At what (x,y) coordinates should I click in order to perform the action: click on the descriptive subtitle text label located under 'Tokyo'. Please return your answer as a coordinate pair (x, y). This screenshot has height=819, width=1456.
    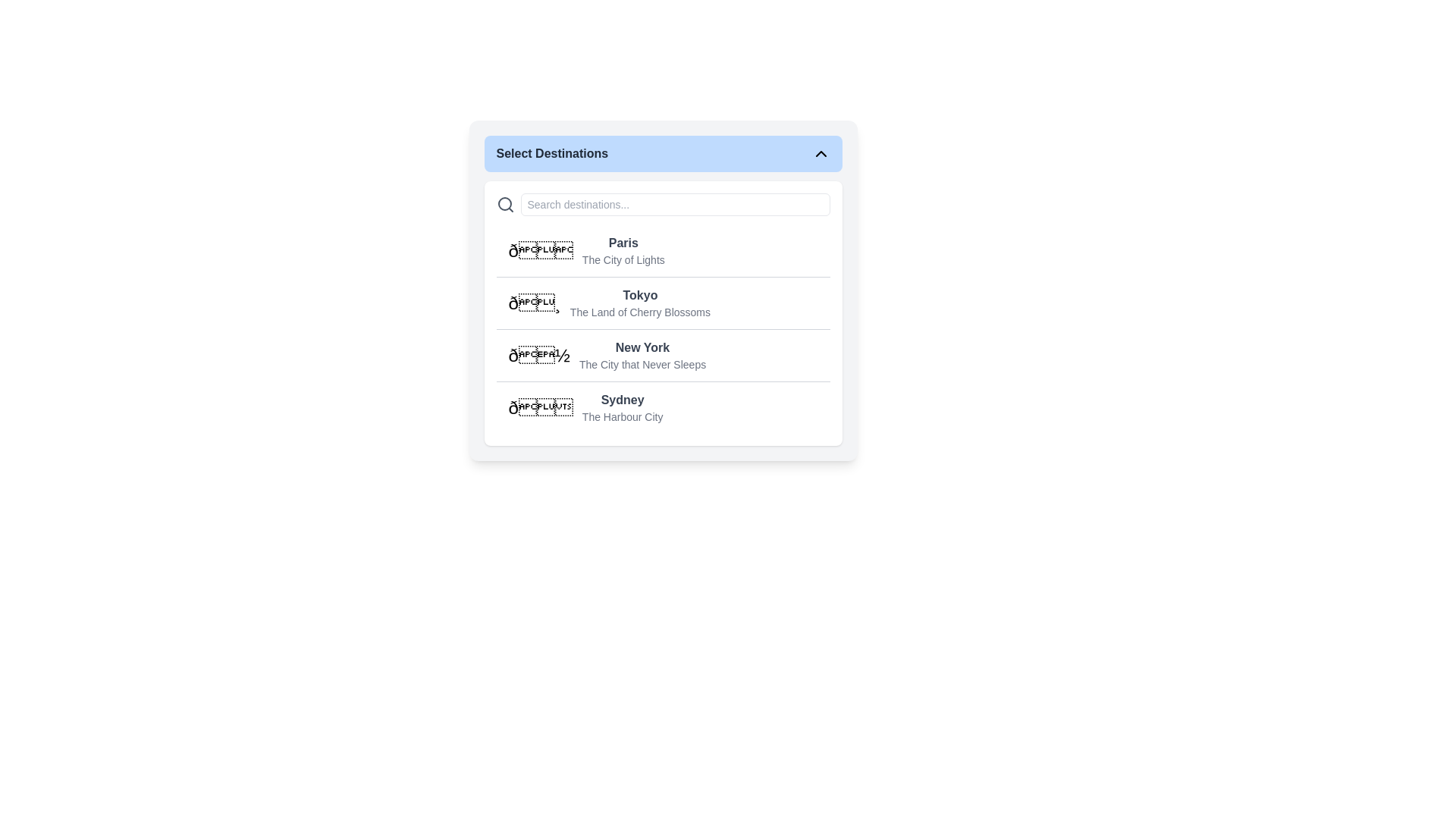
    Looking at the image, I should click on (640, 312).